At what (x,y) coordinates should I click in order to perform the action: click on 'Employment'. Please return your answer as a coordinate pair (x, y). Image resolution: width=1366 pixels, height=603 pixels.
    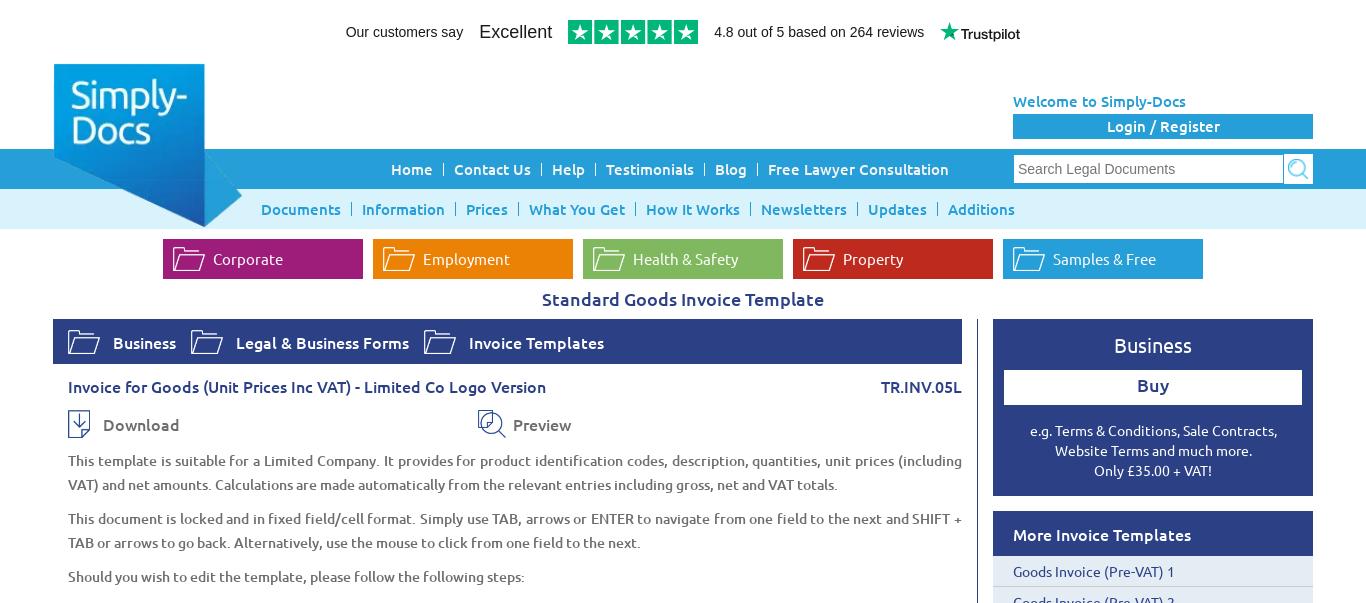
    Looking at the image, I should click on (466, 257).